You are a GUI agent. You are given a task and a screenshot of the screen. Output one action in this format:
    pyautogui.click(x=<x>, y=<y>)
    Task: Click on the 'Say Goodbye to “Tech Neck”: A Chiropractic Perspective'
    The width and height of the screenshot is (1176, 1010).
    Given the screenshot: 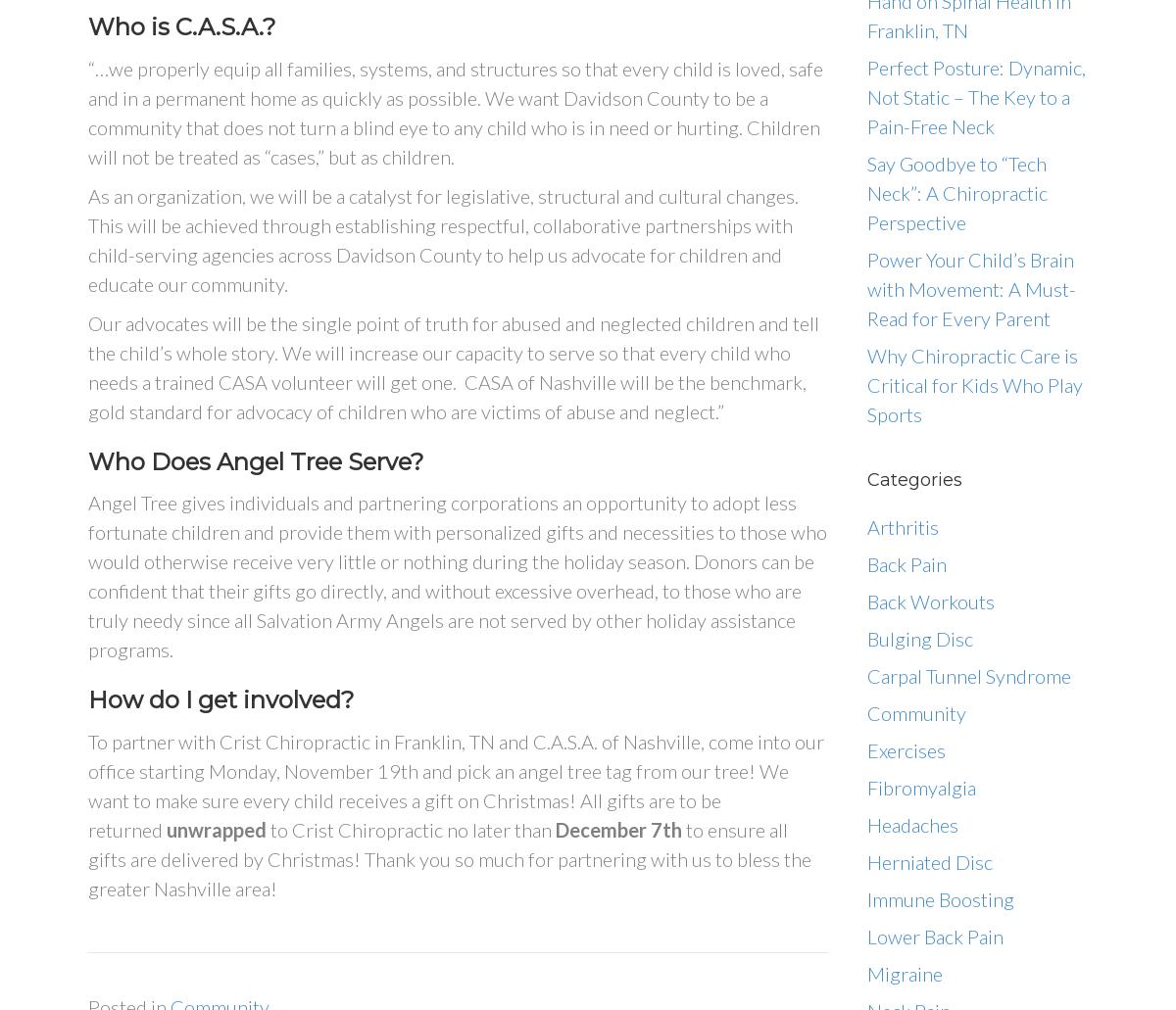 What is the action you would take?
    pyautogui.click(x=957, y=192)
    